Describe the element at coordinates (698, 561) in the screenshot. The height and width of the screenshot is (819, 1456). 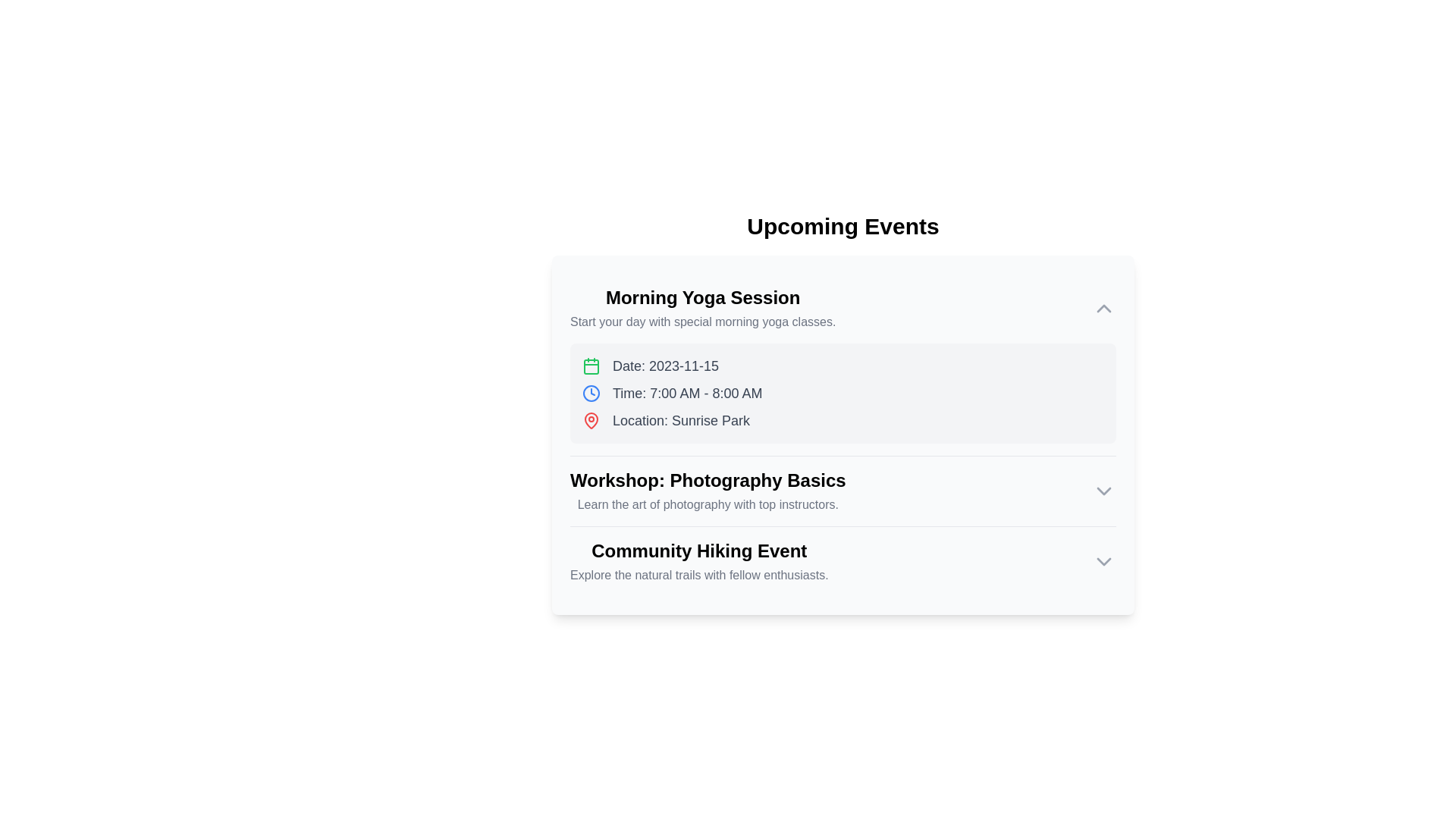
I see `the third entry in the 'Upcoming Events' section, which displays the title and brief description of an event` at that location.